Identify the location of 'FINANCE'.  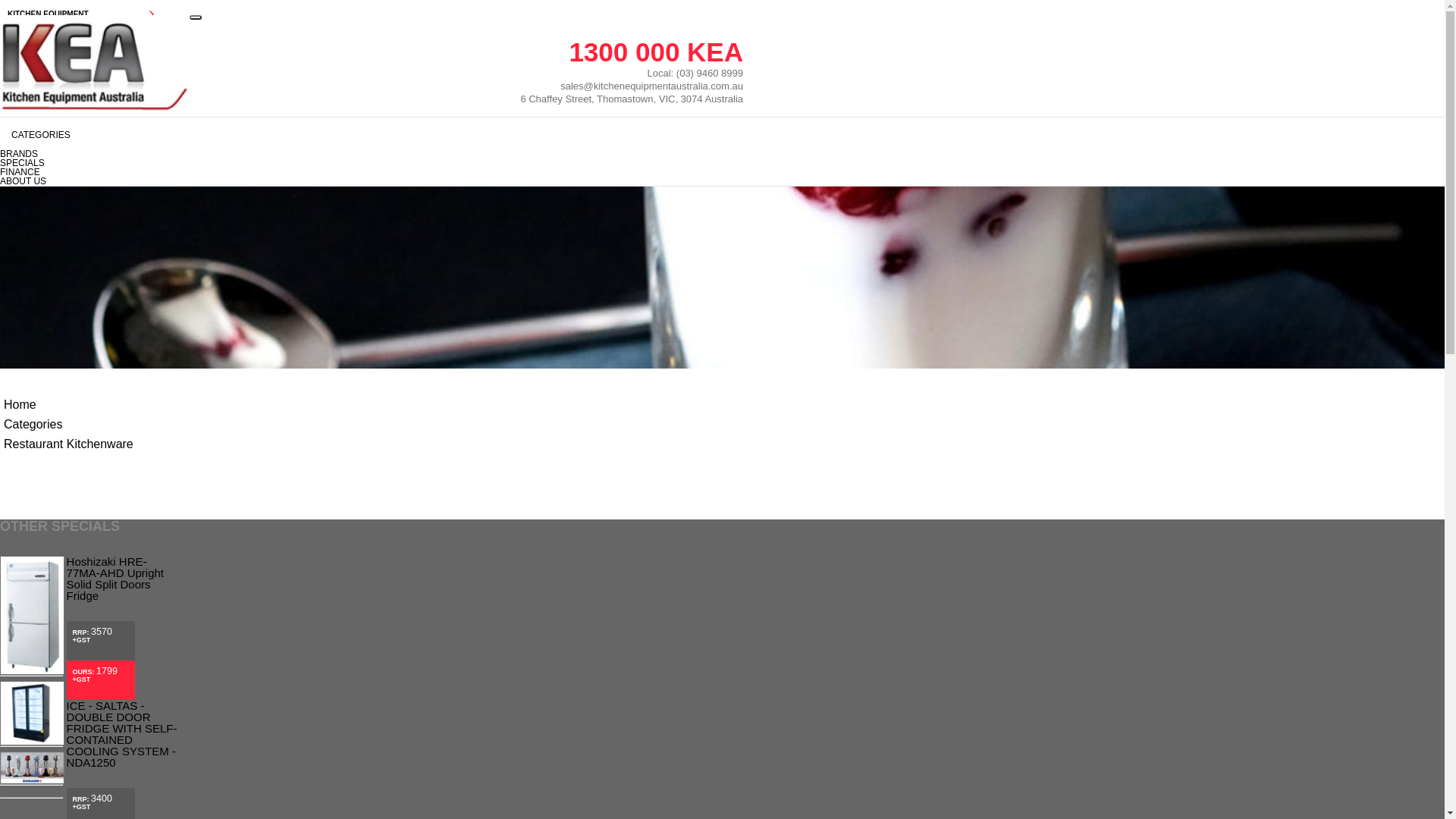
(0, 171).